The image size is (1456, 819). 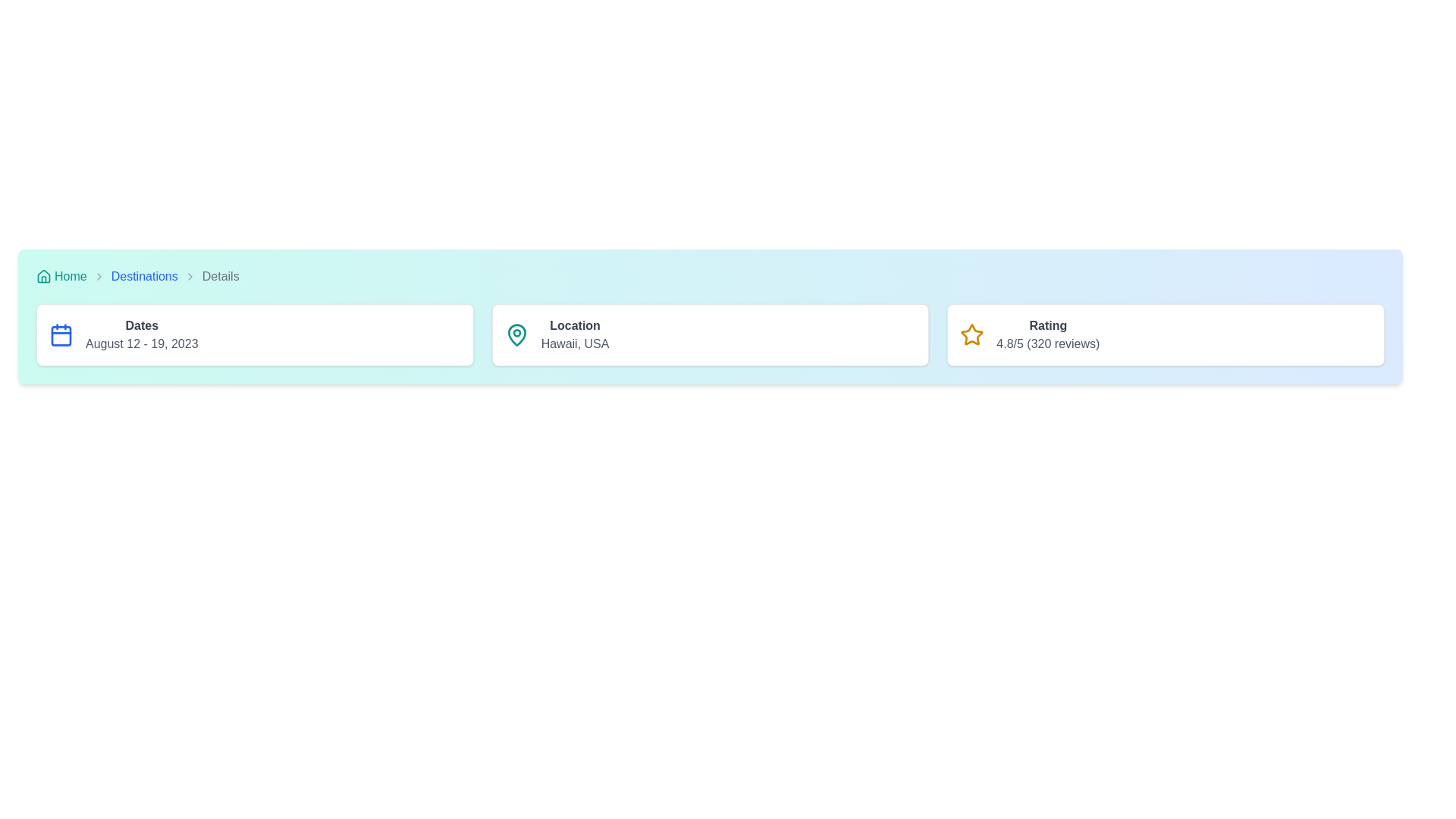 What do you see at coordinates (516, 334) in the screenshot?
I see `the visual context of the teal map pin icon located to the left of 'Location Hawaii, USA' within a white card` at bounding box center [516, 334].